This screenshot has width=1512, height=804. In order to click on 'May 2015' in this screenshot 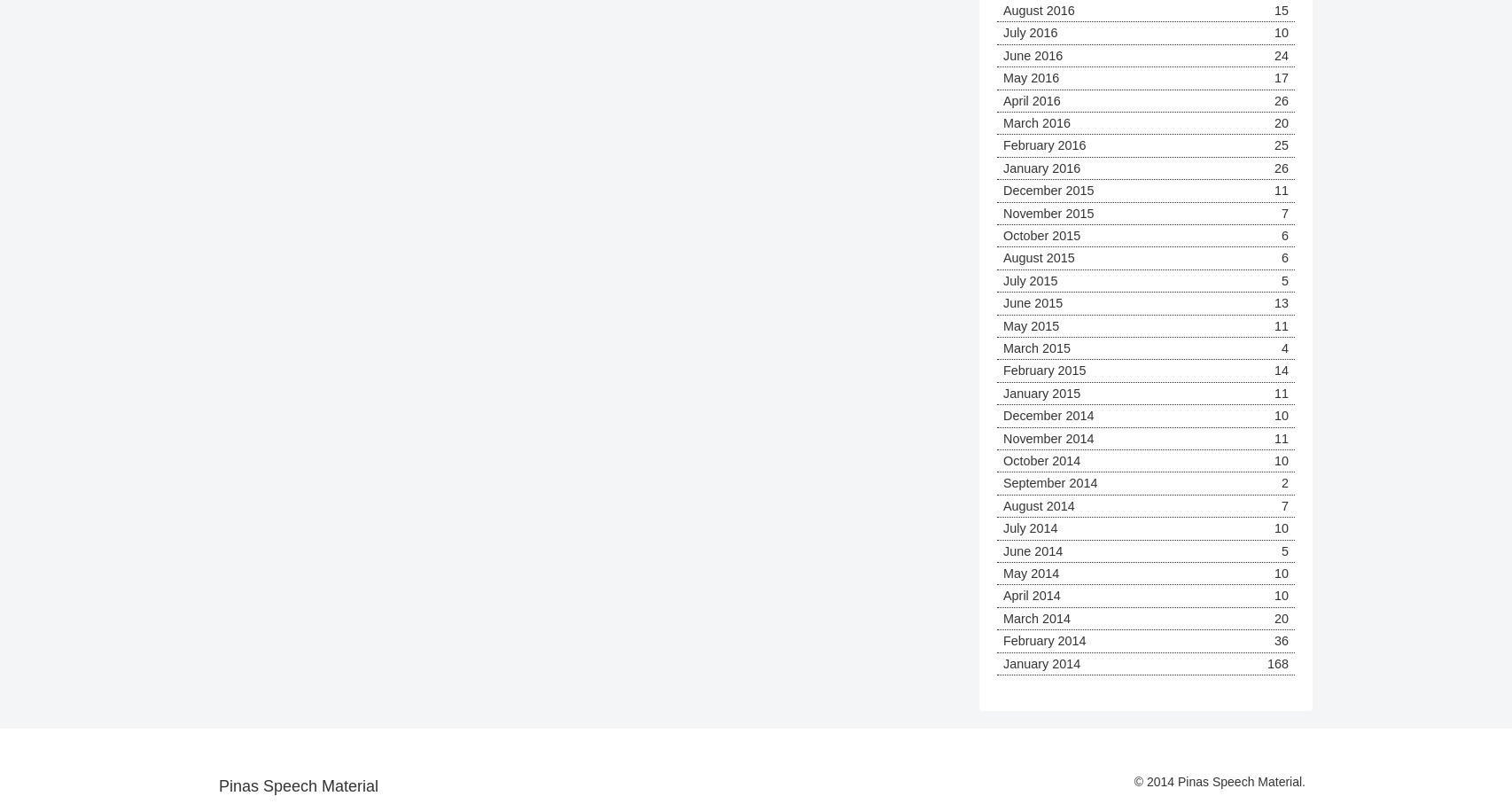, I will do `click(1002, 324)`.